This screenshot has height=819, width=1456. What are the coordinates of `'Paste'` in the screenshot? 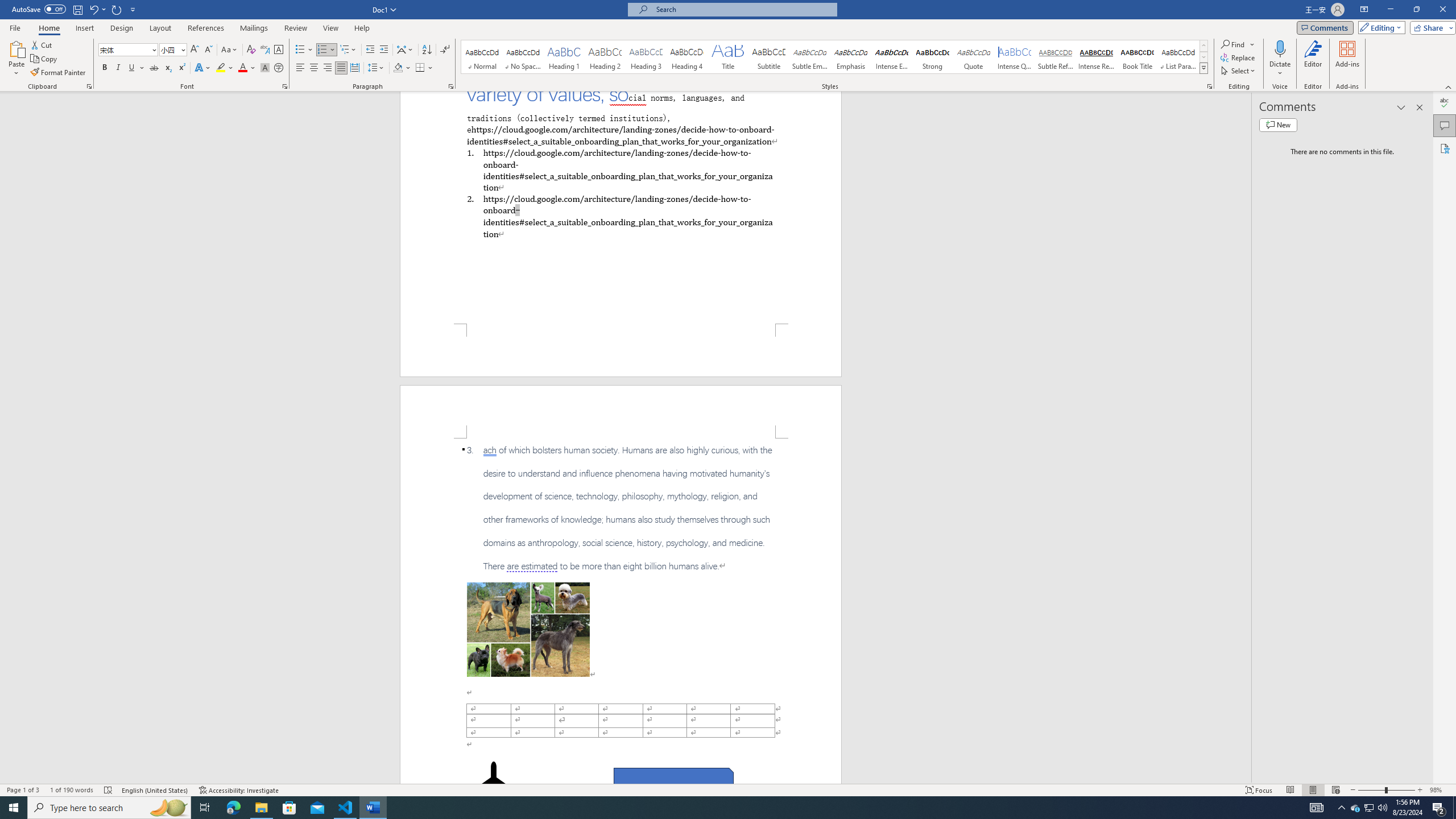 It's located at (16, 48).